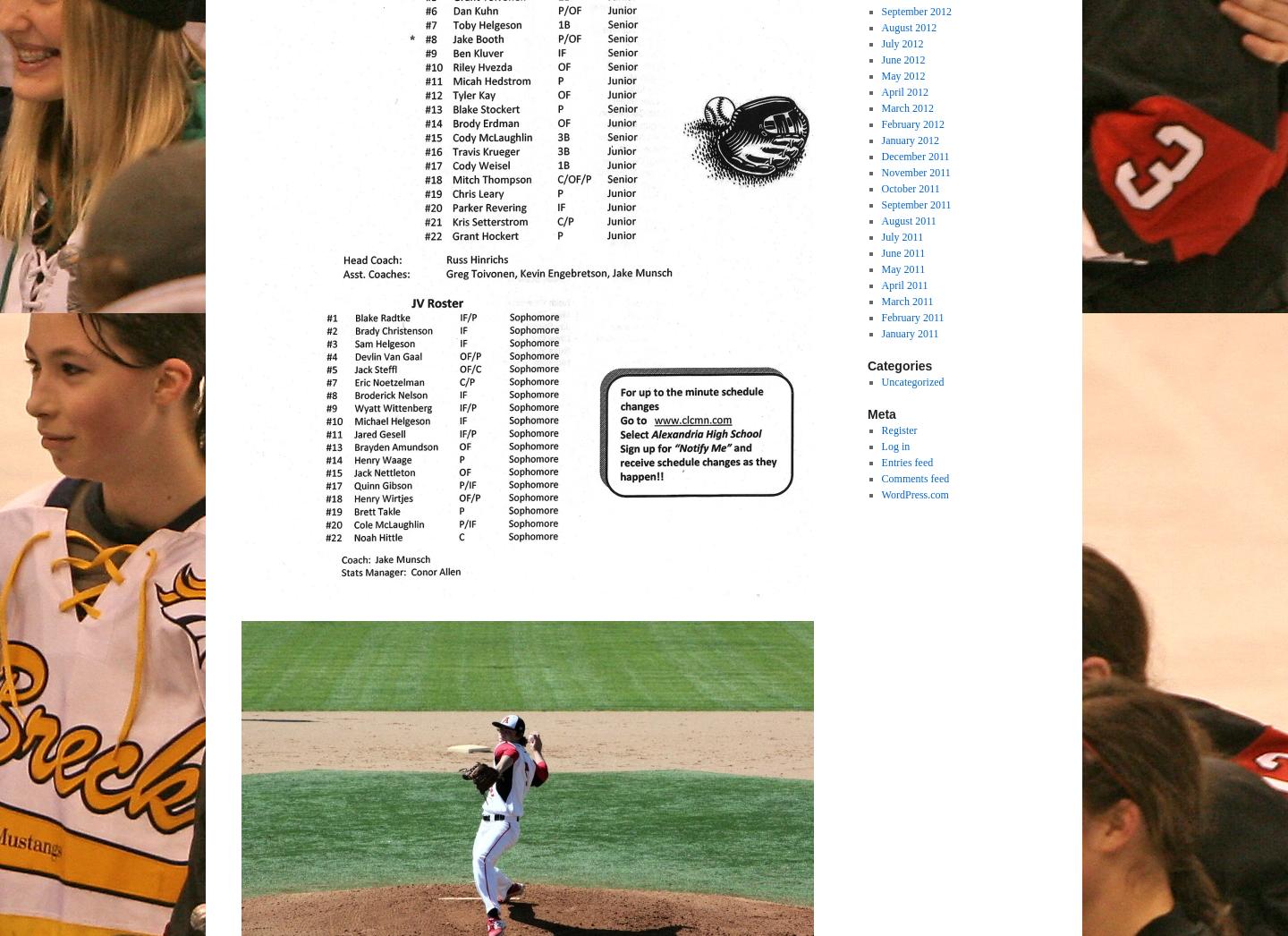 Image resolution: width=1288 pixels, height=936 pixels. Describe the element at coordinates (915, 10) in the screenshot. I see `'September 2012'` at that location.